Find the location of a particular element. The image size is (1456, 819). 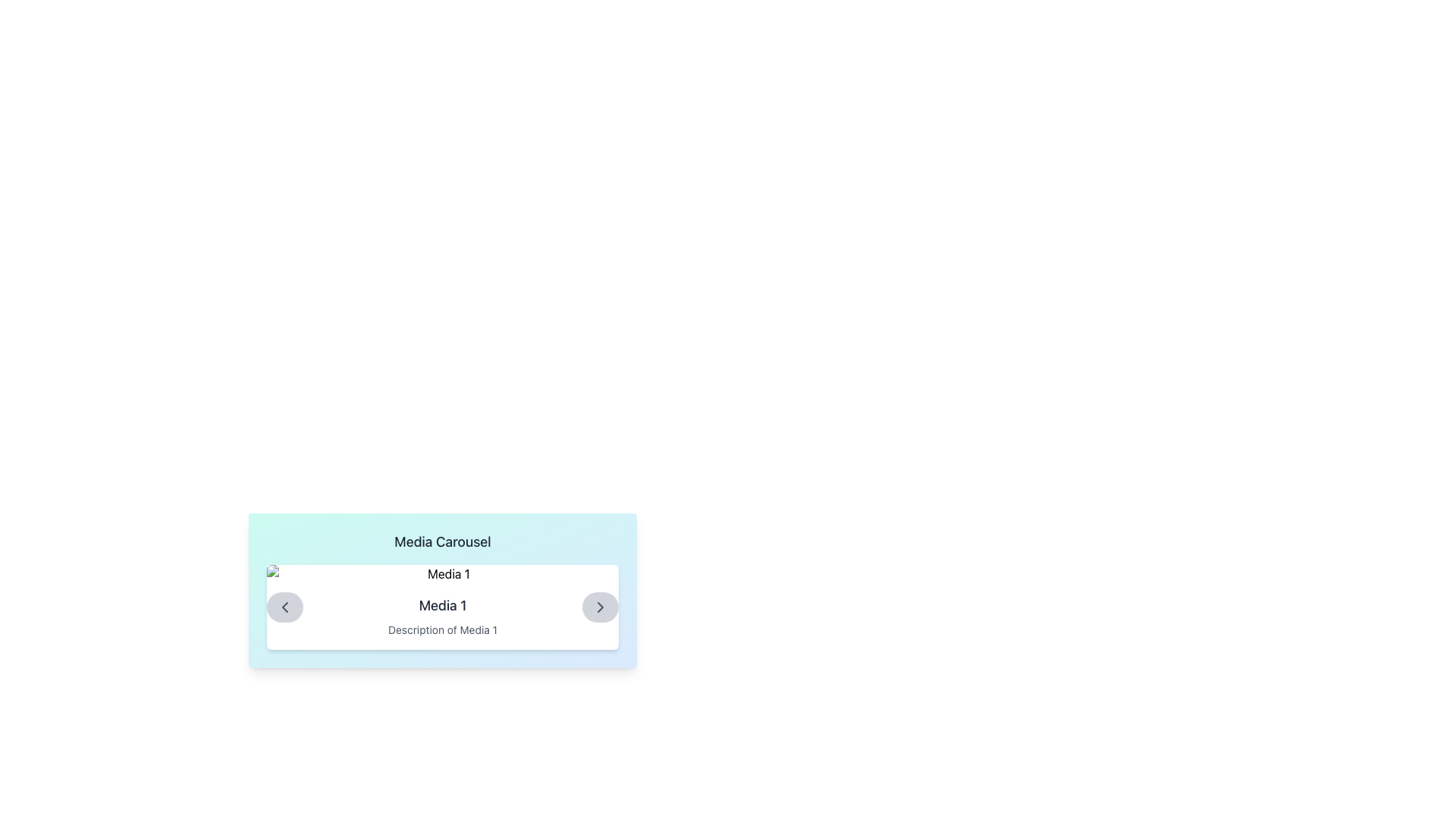

the circular button containing the chevron right icon is located at coordinates (600, 607).